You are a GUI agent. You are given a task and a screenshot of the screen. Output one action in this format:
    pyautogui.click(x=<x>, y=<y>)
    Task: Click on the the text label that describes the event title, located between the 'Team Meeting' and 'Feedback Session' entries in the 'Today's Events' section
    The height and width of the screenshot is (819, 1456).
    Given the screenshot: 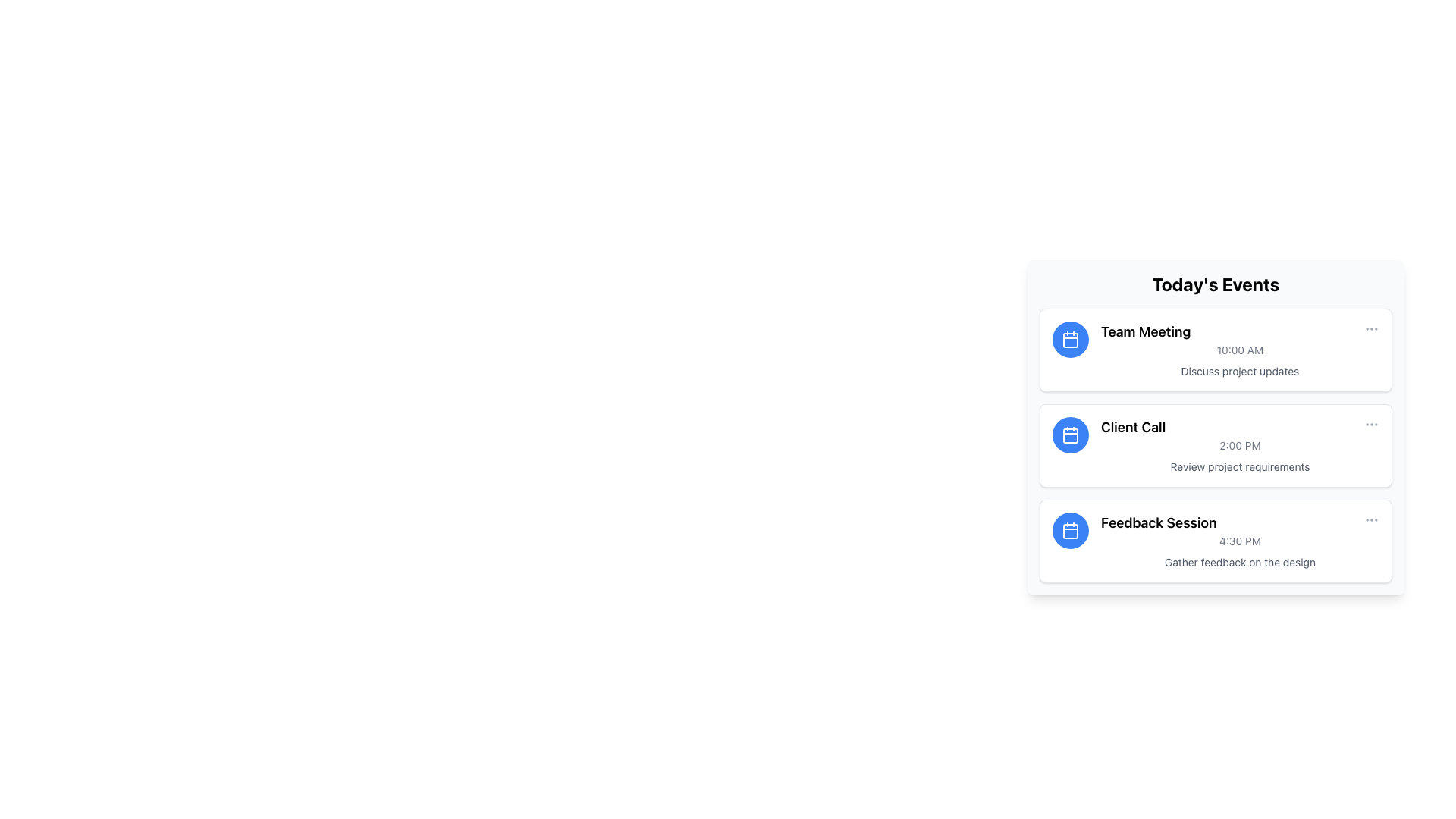 What is the action you would take?
    pyautogui.click(x=1133, y=427)
    